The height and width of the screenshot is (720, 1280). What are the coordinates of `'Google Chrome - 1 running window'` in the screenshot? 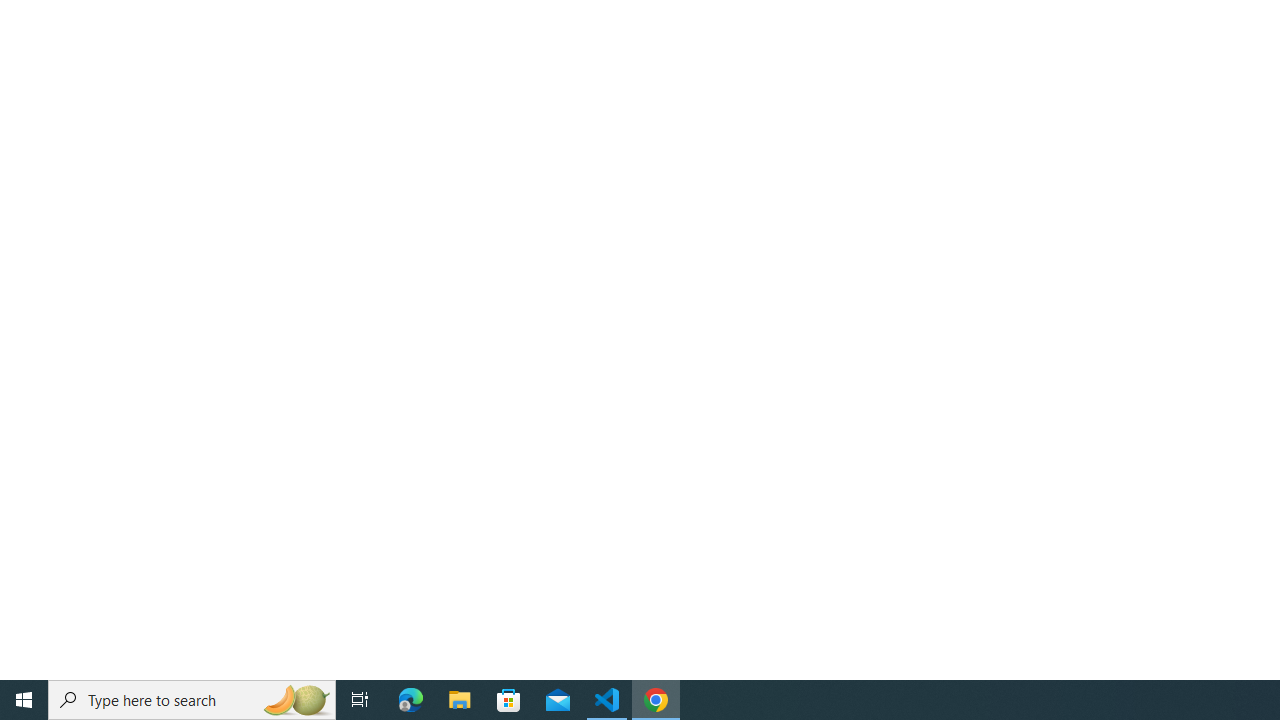 It's located at (656, 698).